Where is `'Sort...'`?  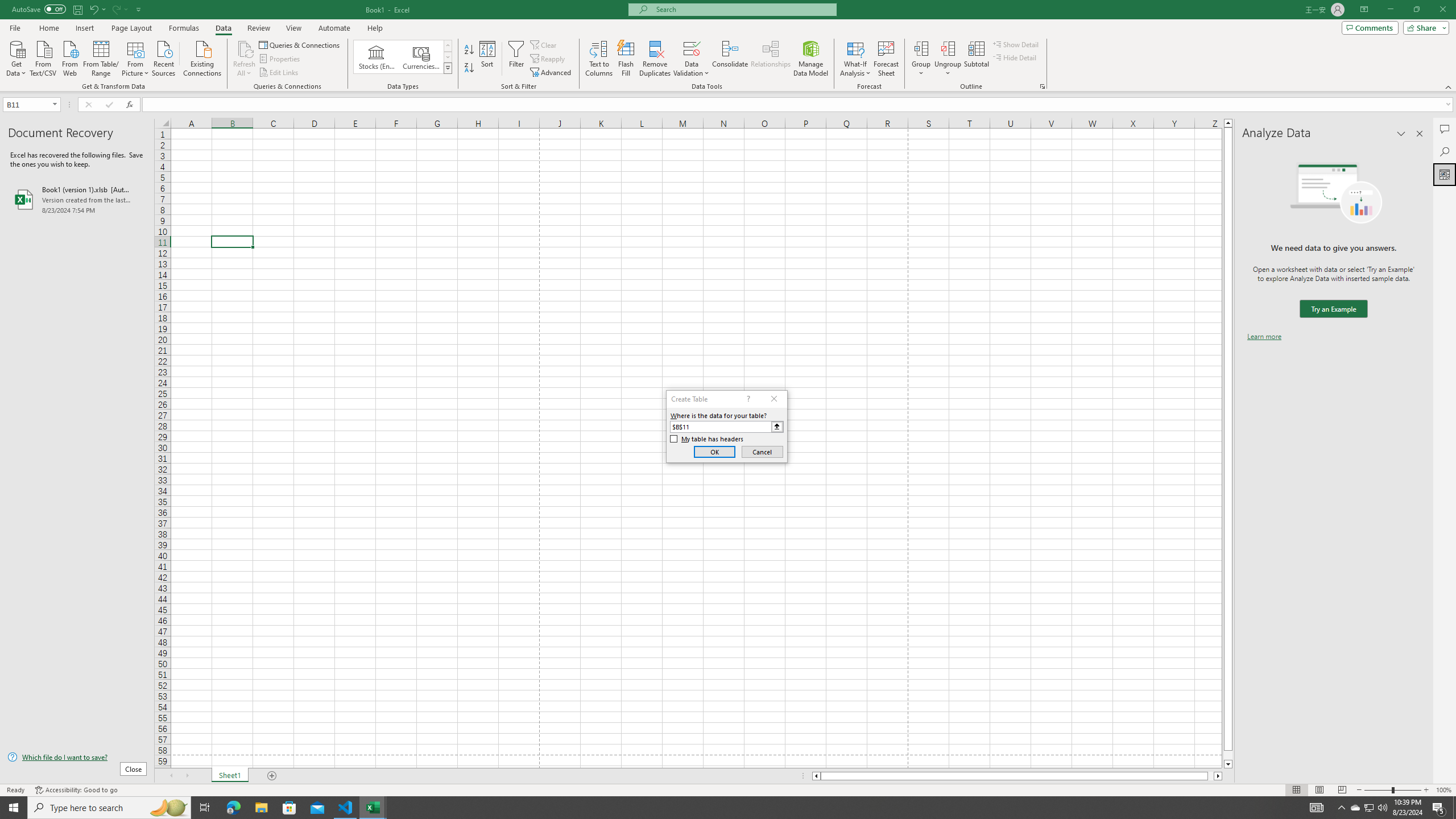
'Sort...' is located at coordinates (487, 59).